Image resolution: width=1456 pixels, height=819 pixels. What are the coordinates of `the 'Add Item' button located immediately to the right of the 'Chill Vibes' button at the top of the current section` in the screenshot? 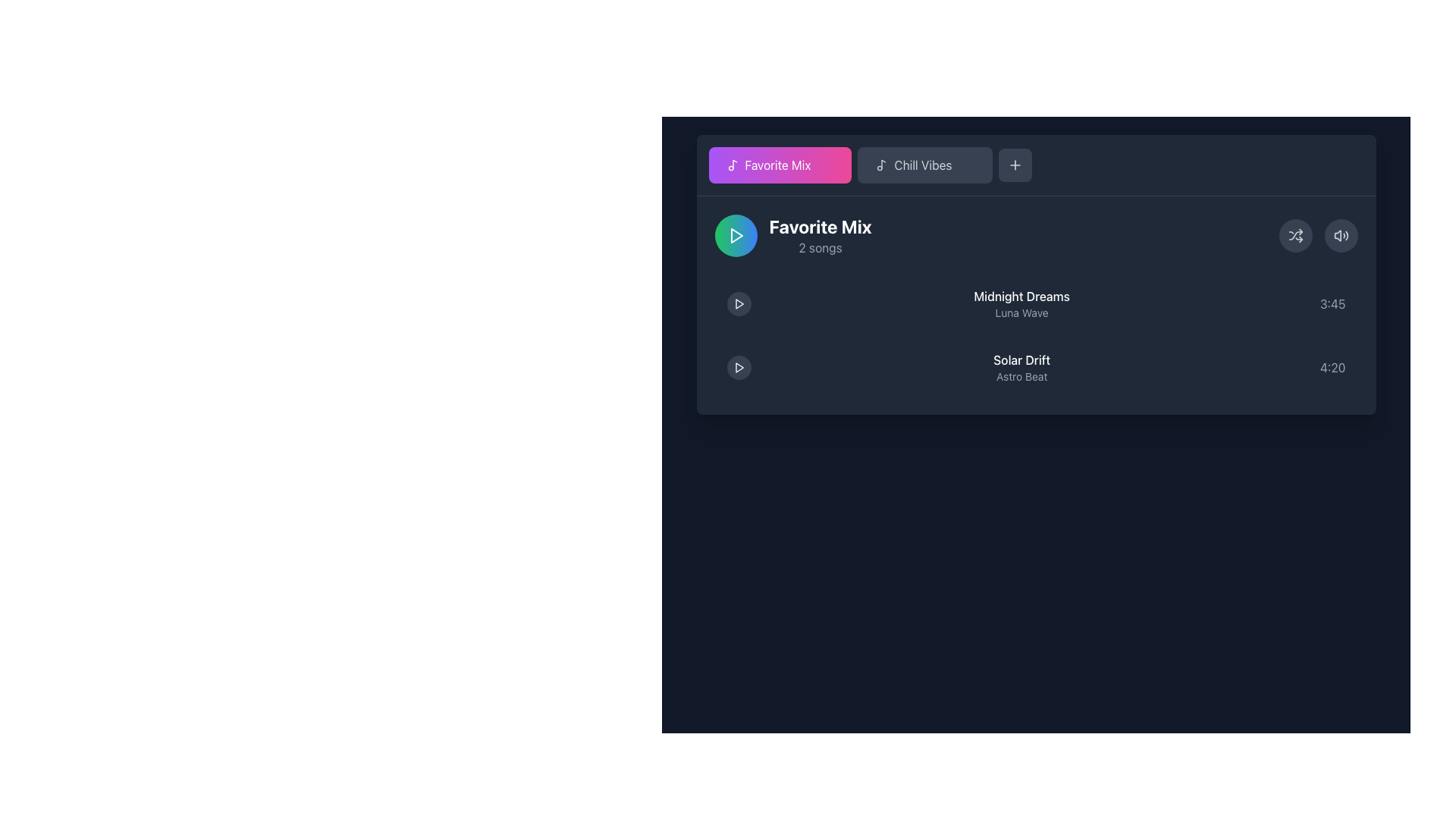 It's located at (1015, 165).